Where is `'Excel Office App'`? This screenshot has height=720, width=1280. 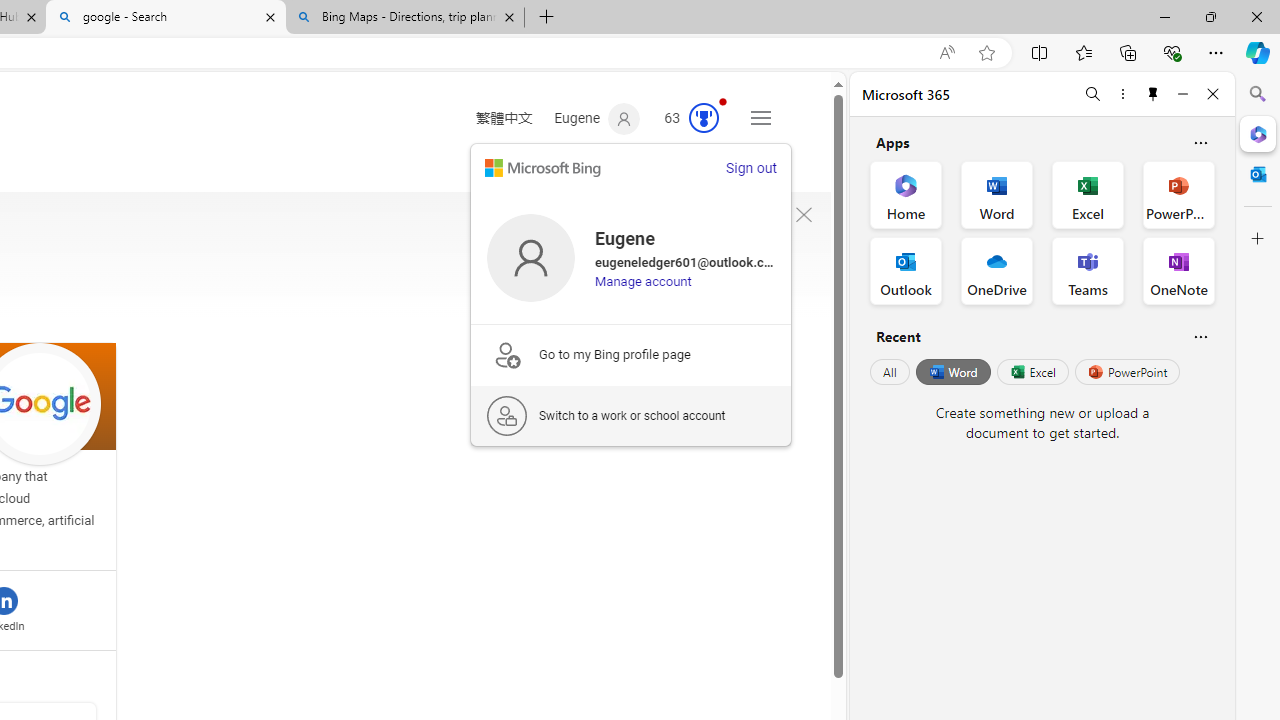
'Excel Office App' is located at coordinates (1087, 195).